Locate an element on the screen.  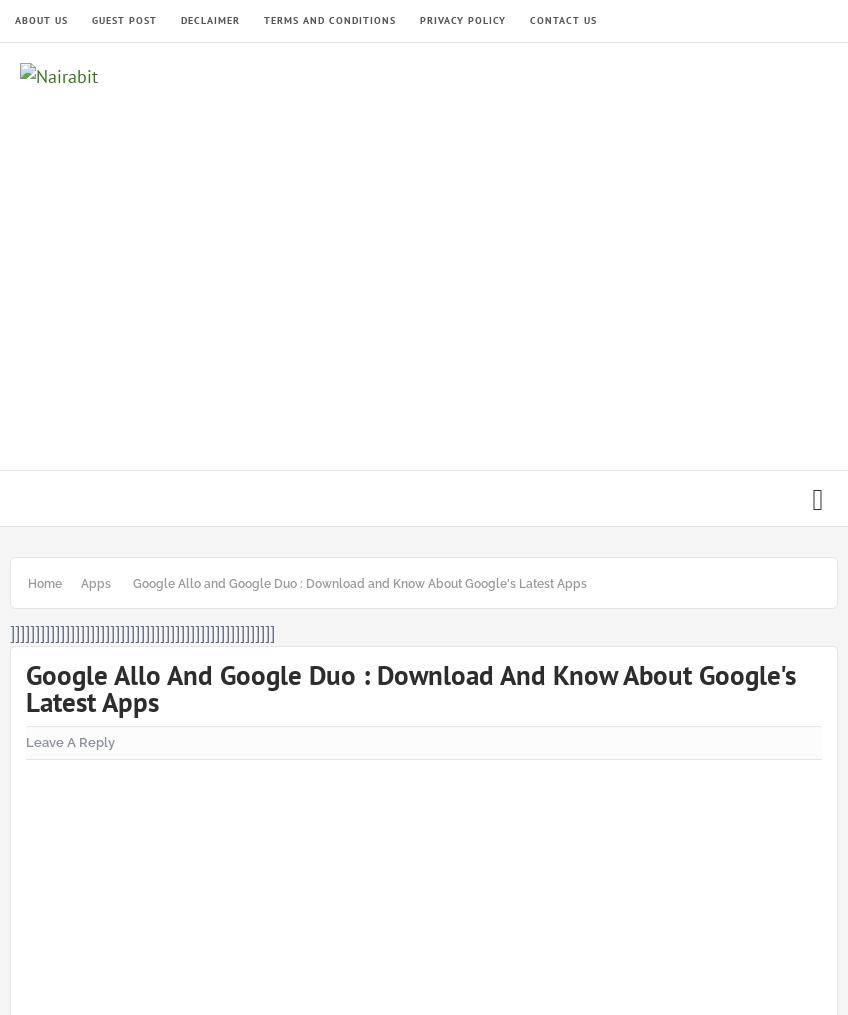
'Leave a Reply' is located at coordinates (70, 740).